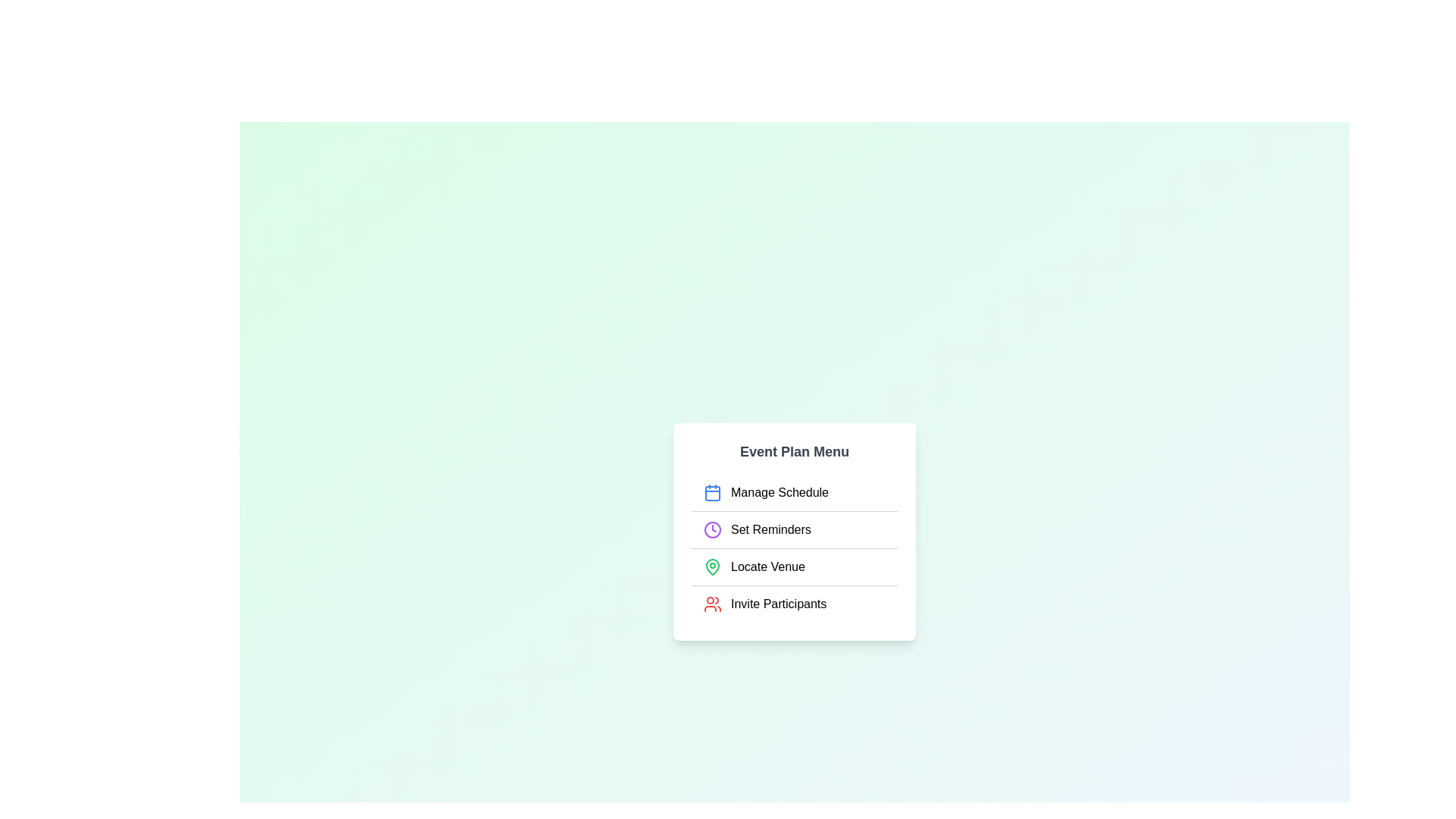 The height and width of the screenshot is (819, 1456). Describe the element at coordinates (793, 492) in the screenshot. I see `the menu item Manage Schedule to highlight it` at that location.